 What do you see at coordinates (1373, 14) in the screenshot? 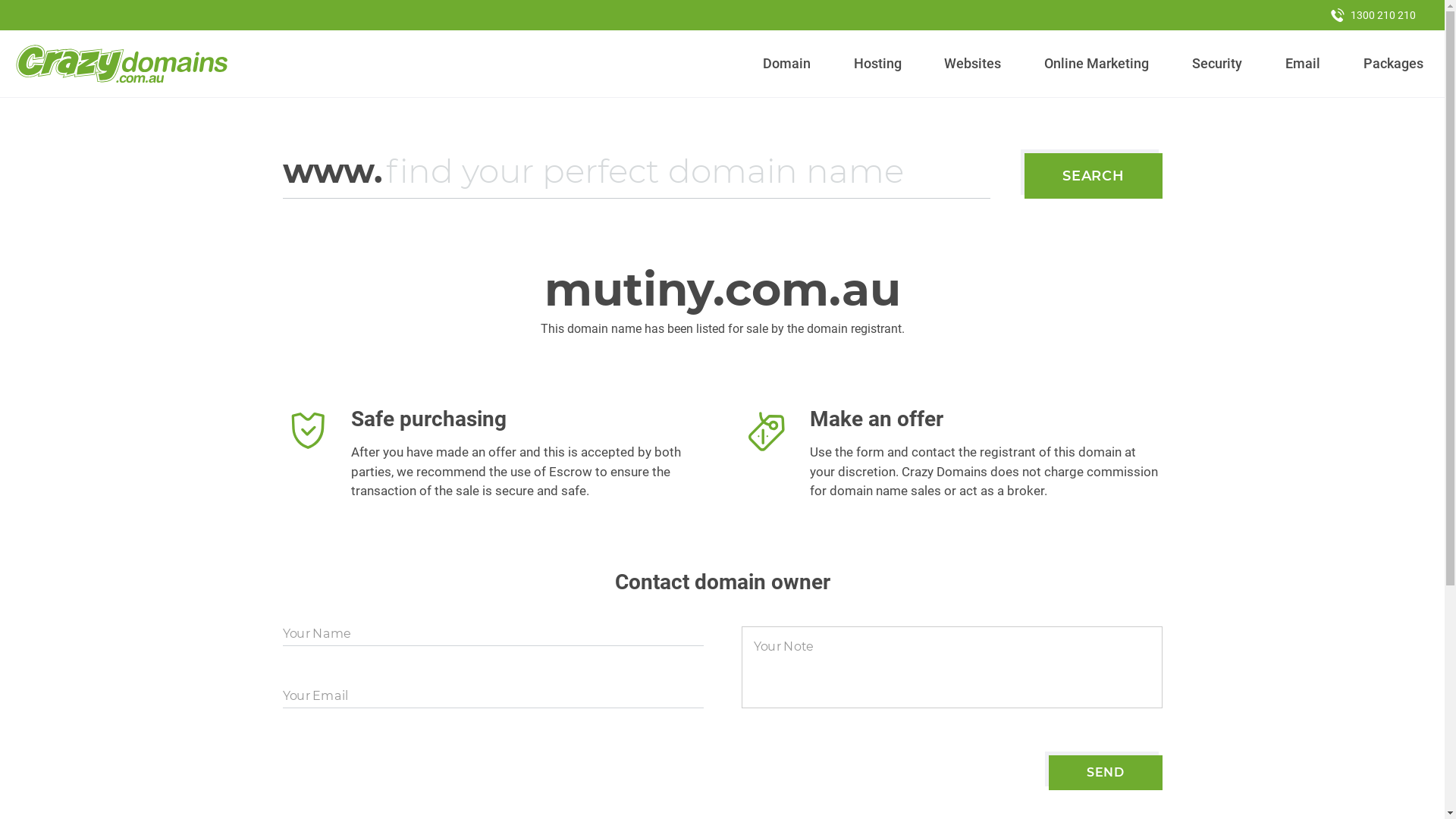
I see `'1300 210 210'` at bounding box center [1373, 14].